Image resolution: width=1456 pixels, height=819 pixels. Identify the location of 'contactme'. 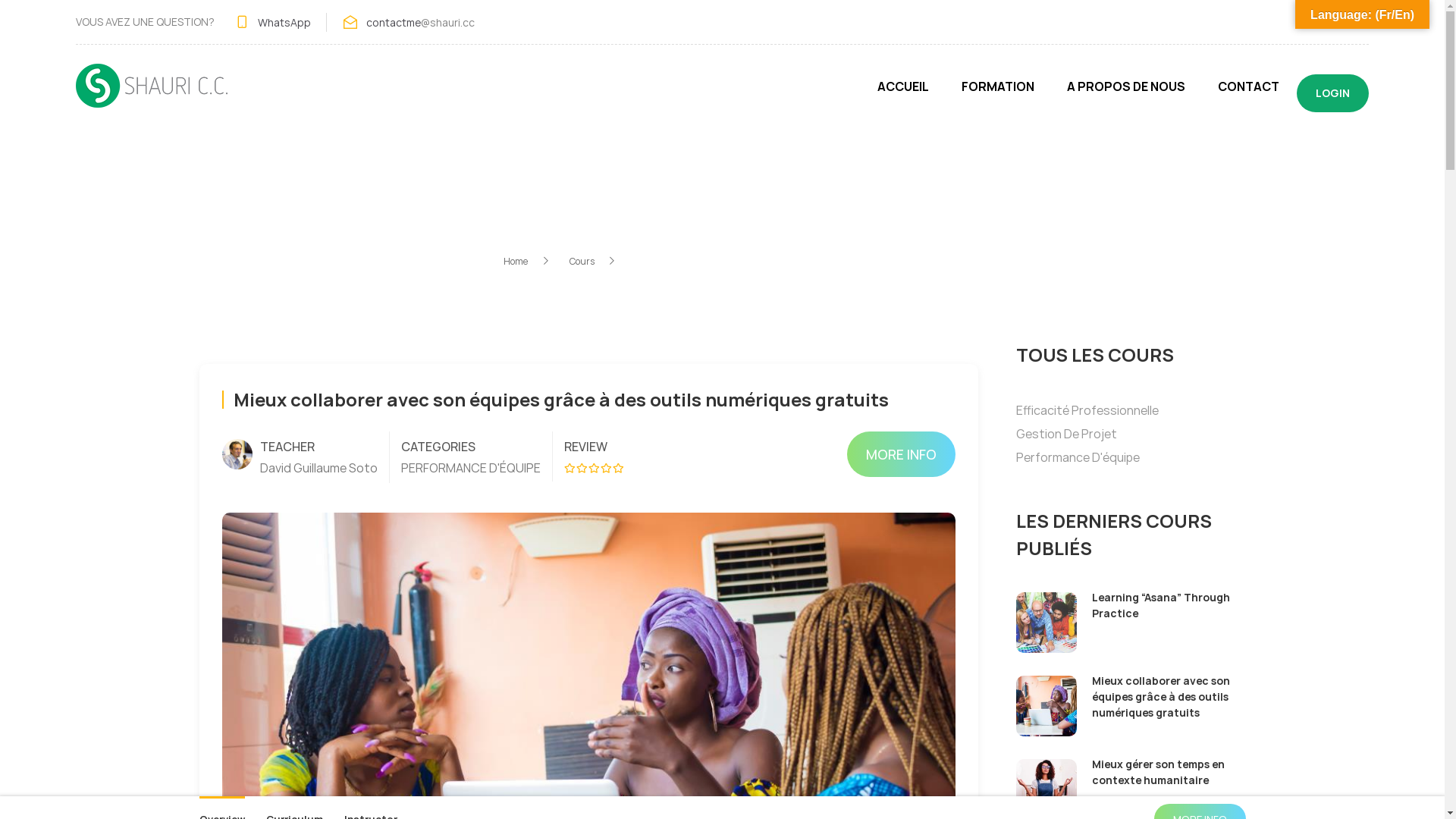
(393, 21).